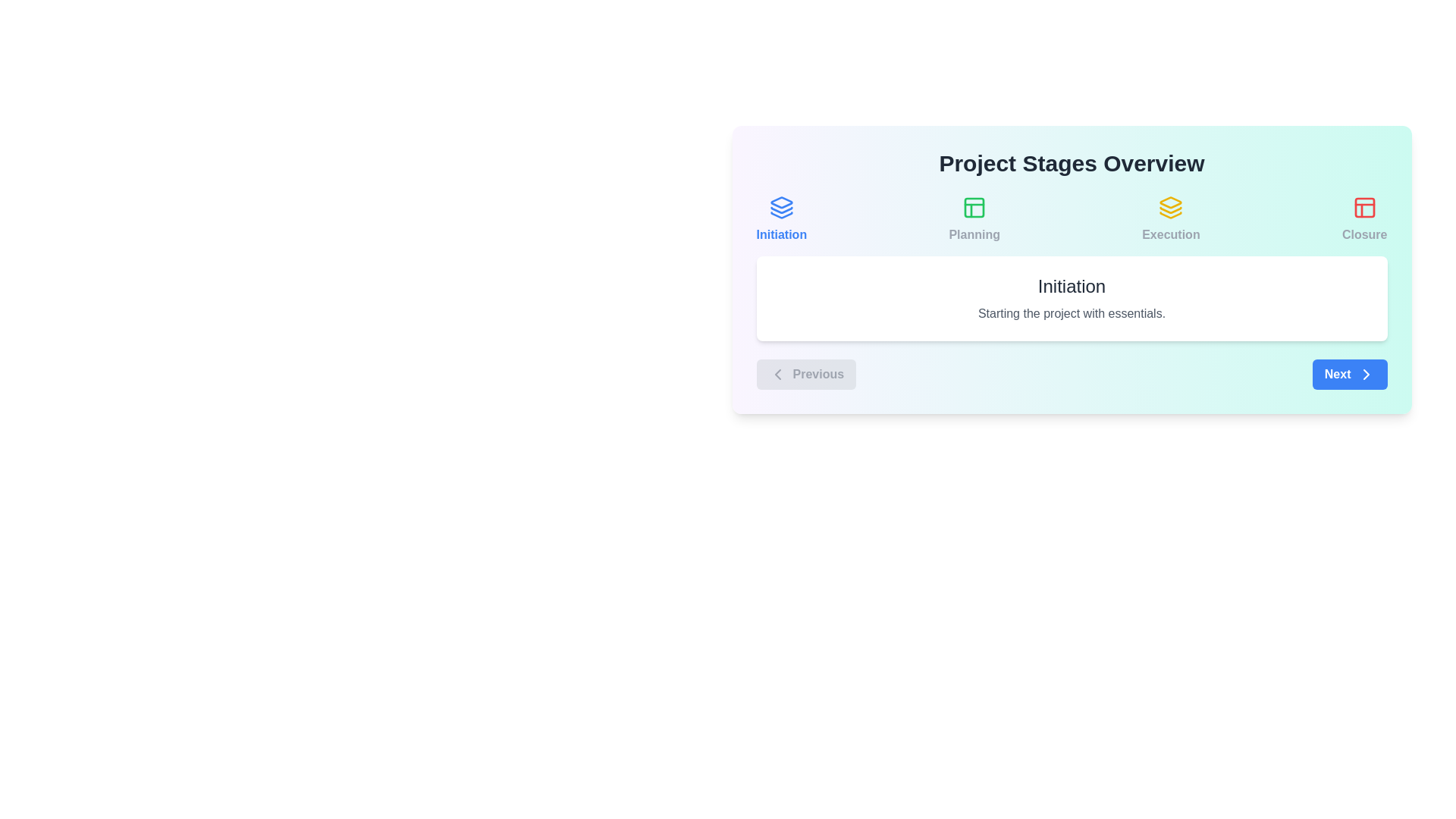 The image size is (1456, 819). Describe the element at coordinates (781, 234) in the screenshot. I see `text label displaying 'Initiation' in blue color, which is positioned beneath the blue icon representing layered structures in the 'Project Stages Overview' section` at that location.